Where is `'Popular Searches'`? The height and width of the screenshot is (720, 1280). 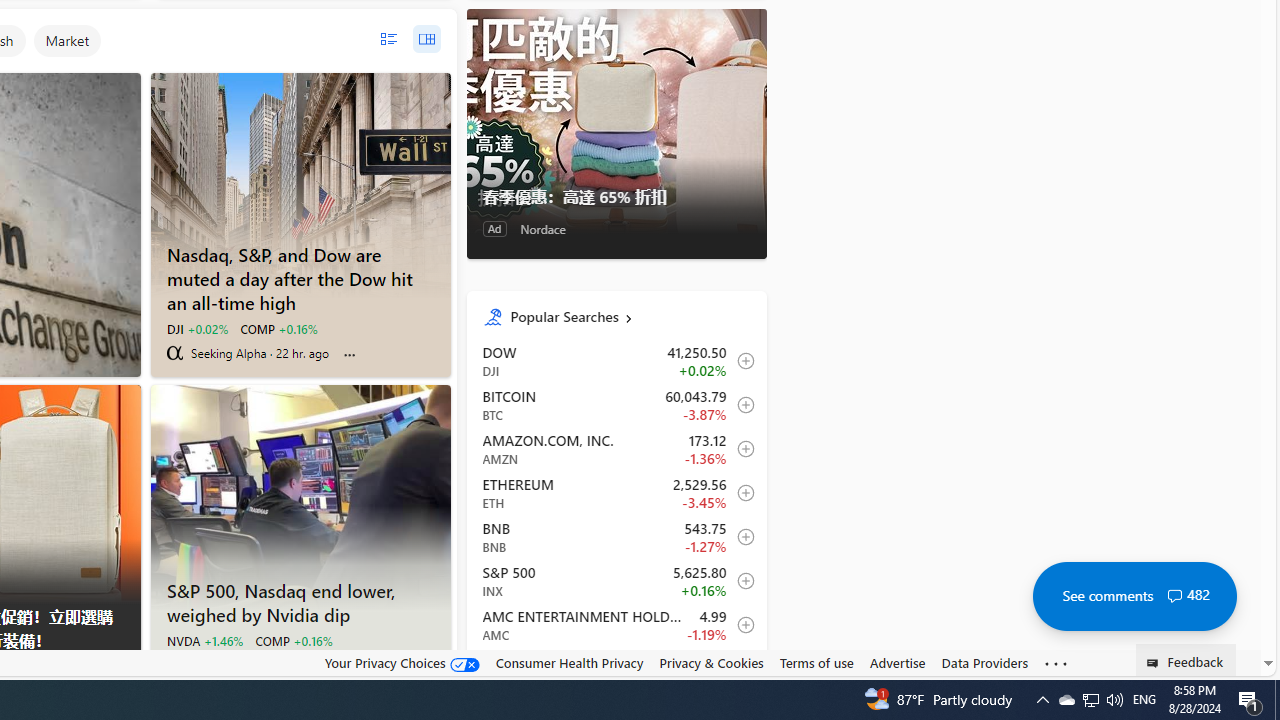
'Popular Searches' is located at coordinates (629, 315).